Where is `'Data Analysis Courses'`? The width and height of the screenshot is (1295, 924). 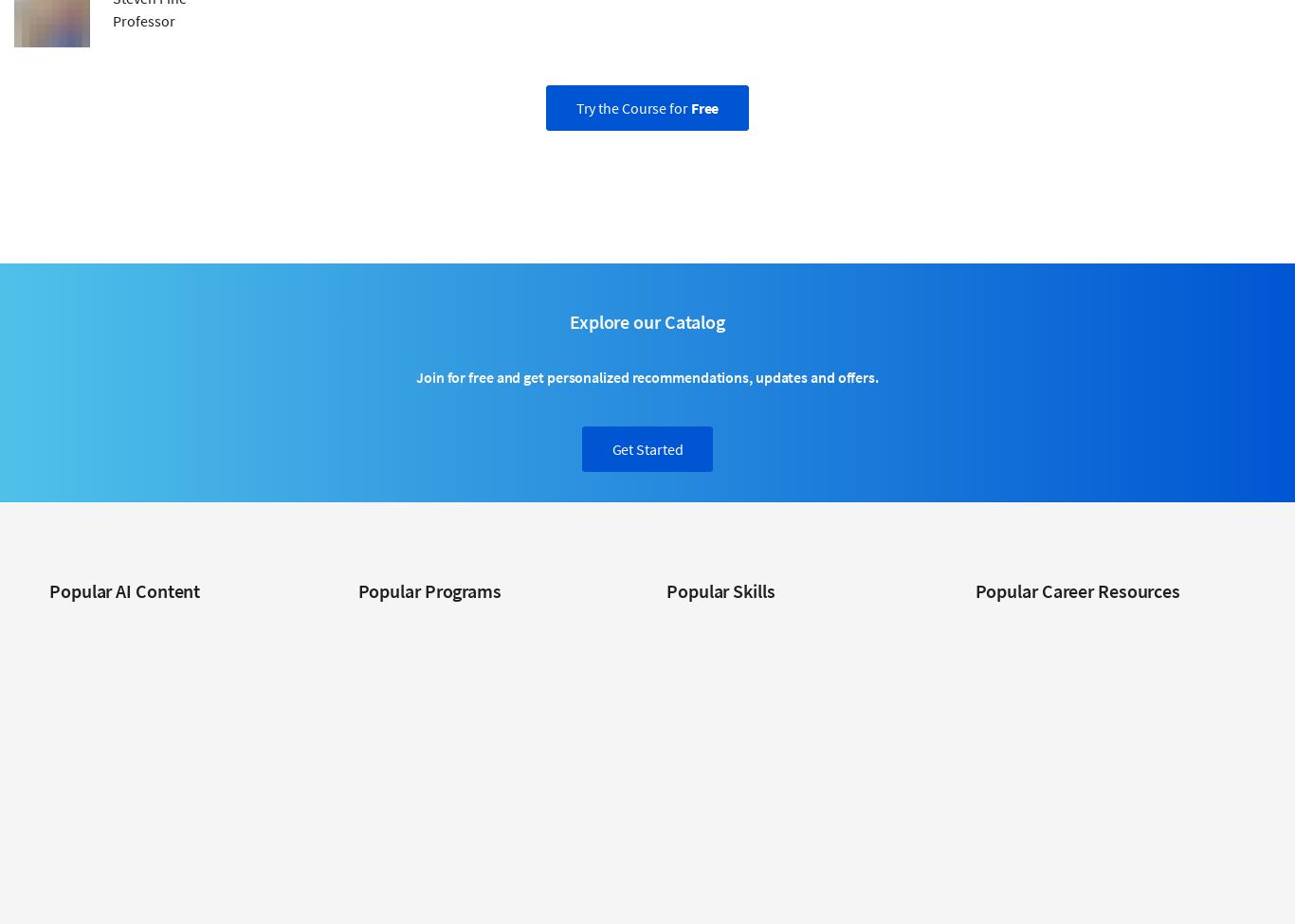 'Data Analysis Courses' is located at coordinates (728, 652).